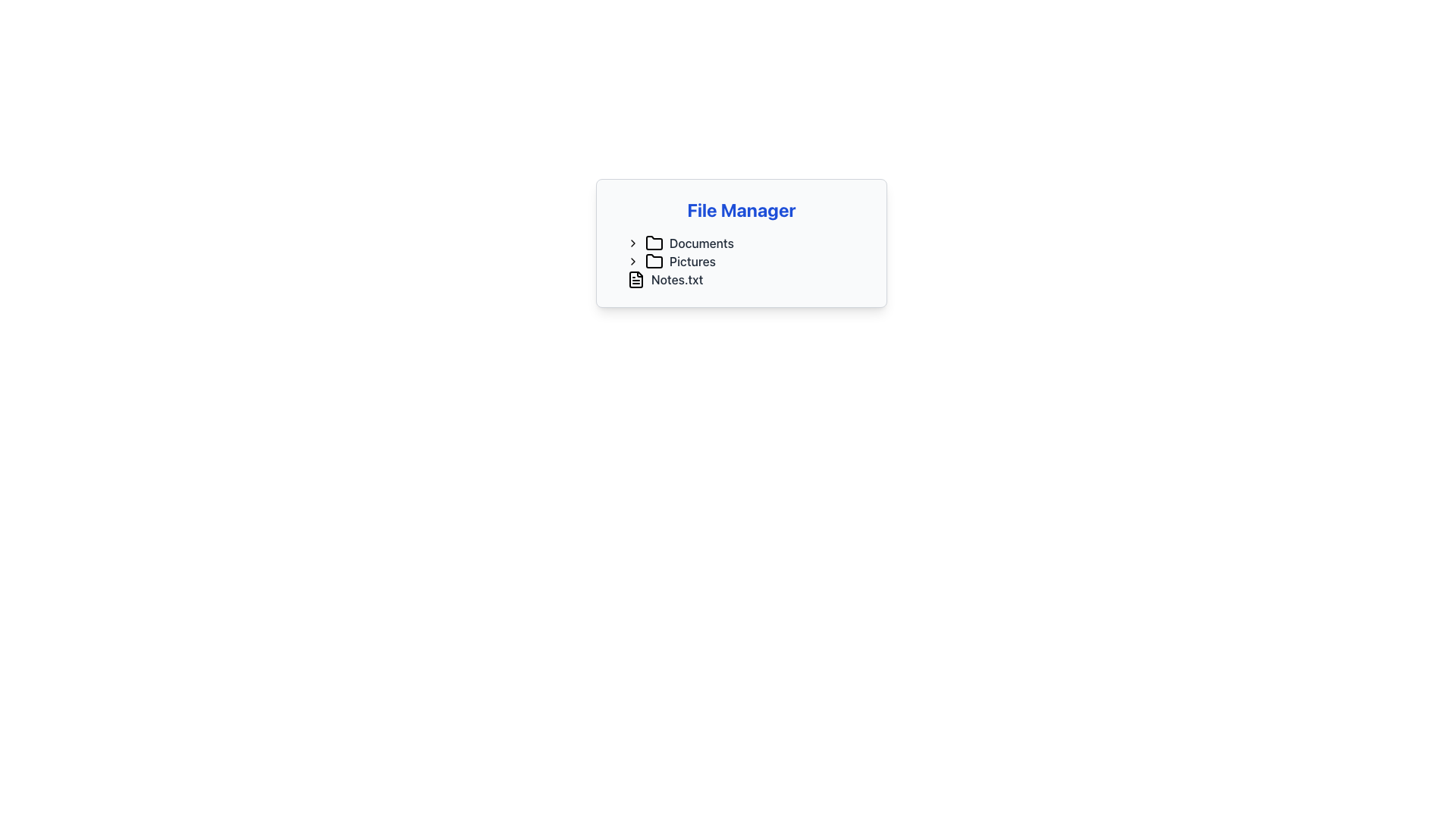  Describe the element at coordinates (636, 280) in the screenshot. I see `the document file icon associated with the 'Notes.txt' entry` at that location.